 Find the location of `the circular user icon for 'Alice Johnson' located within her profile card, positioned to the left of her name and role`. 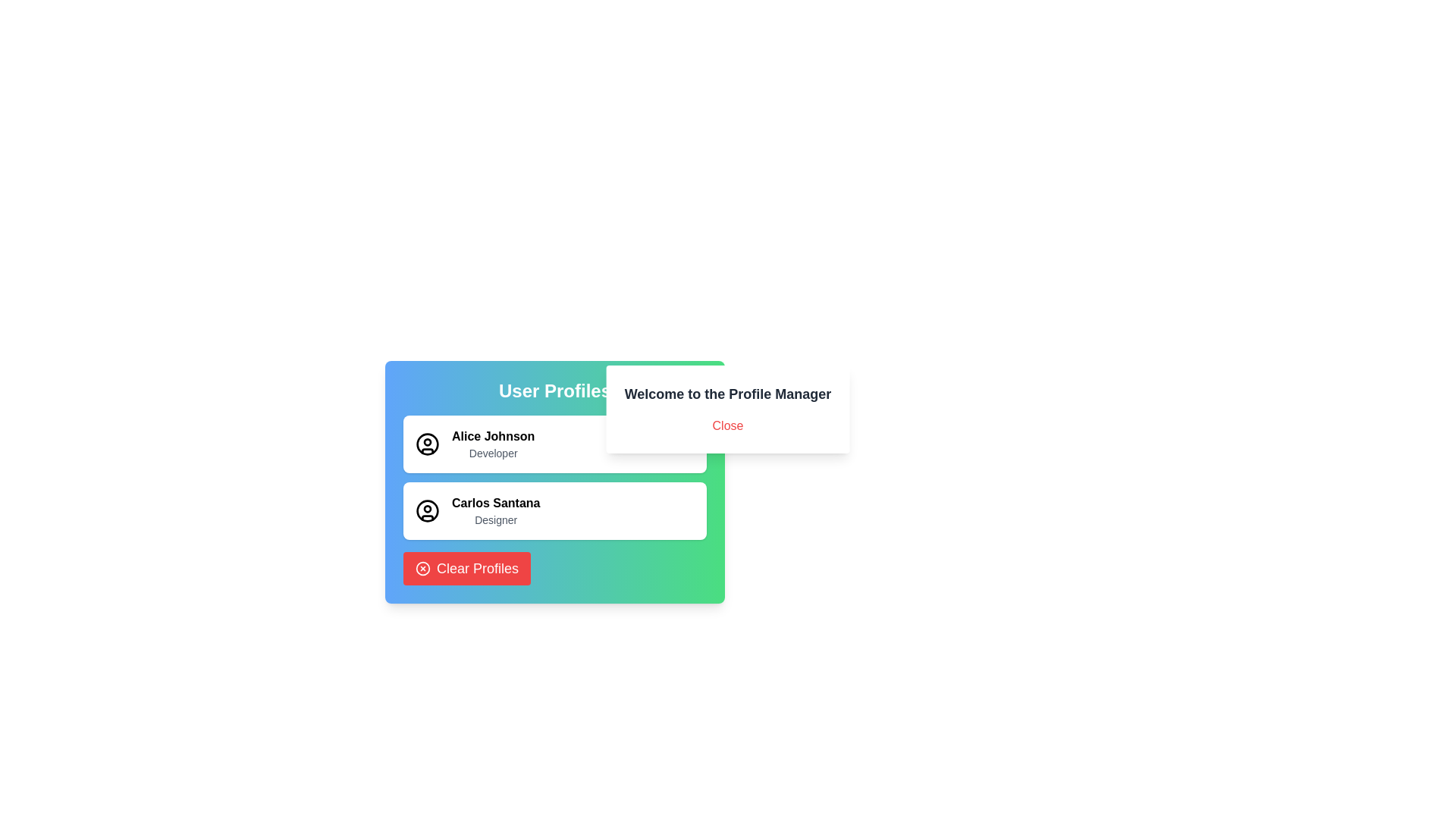

the circular user icon for 'Alice Johnson' located within her profile card, positioned to the left of her name and role is located at coordinates (427, 444).